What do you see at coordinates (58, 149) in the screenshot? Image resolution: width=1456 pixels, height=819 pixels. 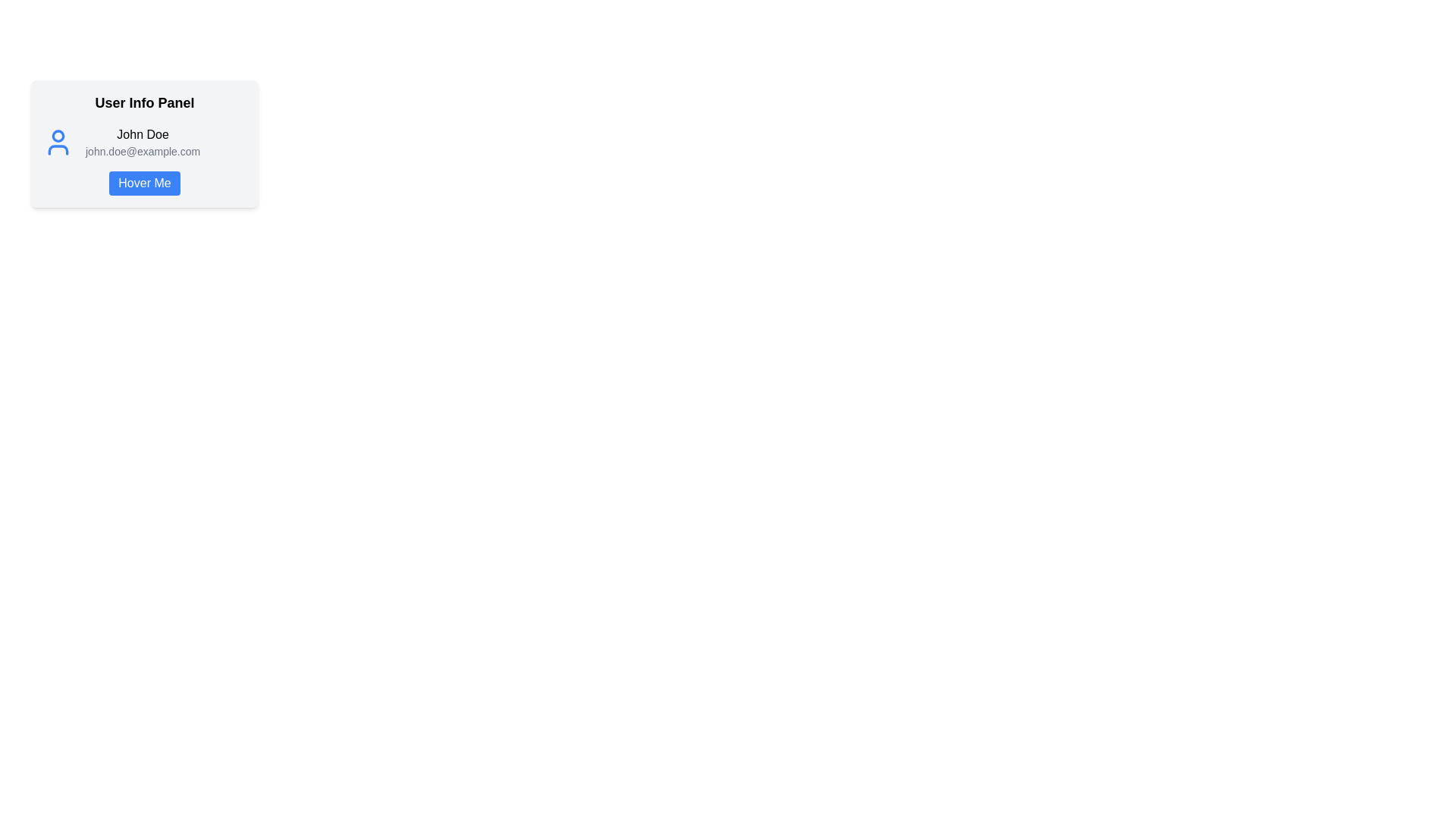 I see `lower rectangular section of the user avatar icon, which represents the user's body, for design specifics` at bounding box center [58, 149].